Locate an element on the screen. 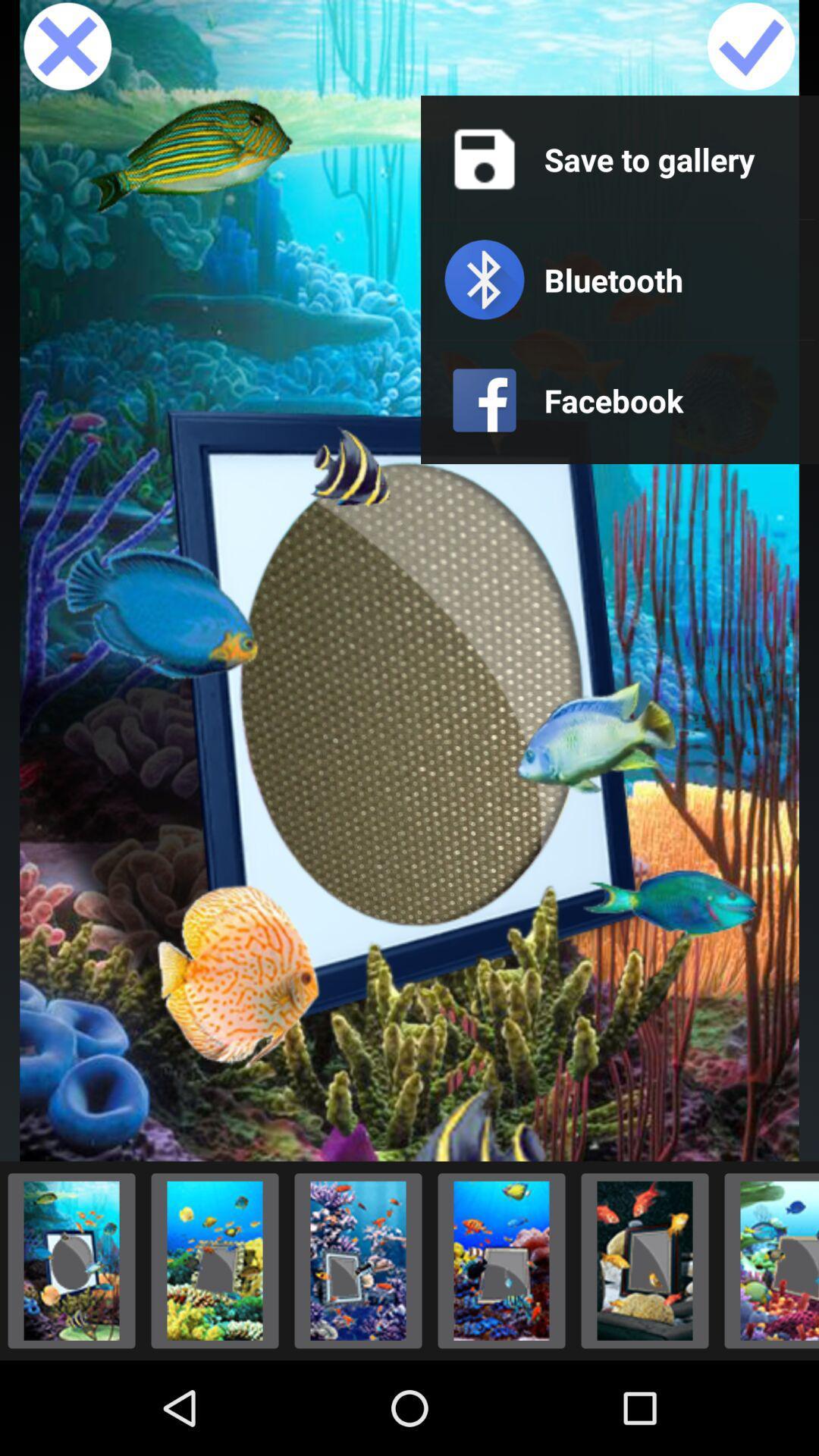 This screenshot has height=1456, width=819. background is located at coordinates (501, 1260).